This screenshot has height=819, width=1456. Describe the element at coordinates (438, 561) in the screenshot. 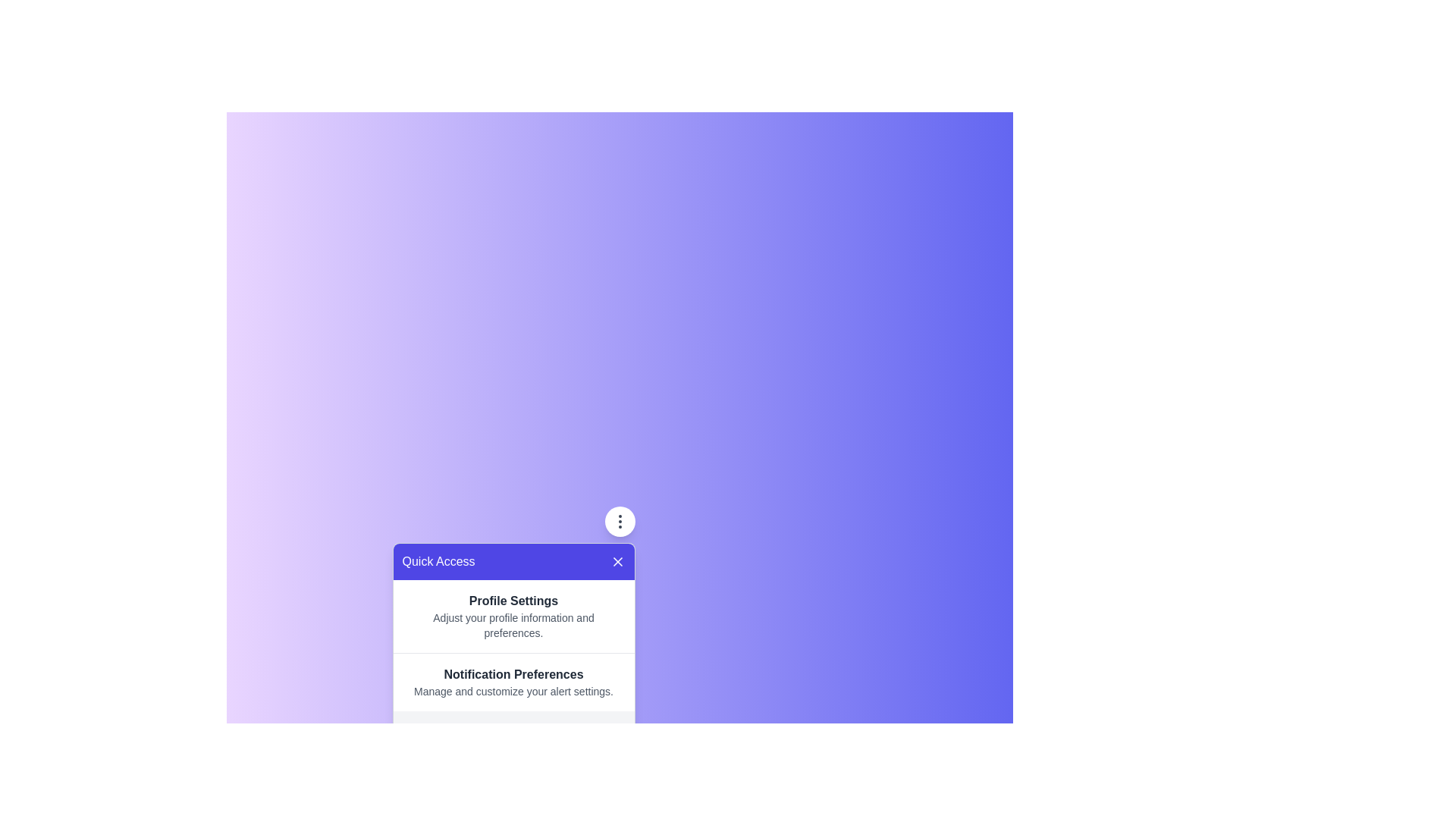

I see `the 'Quick Access' text label, which is displayed in white against an indigo background in the upper left corner of the header bar` at that location.